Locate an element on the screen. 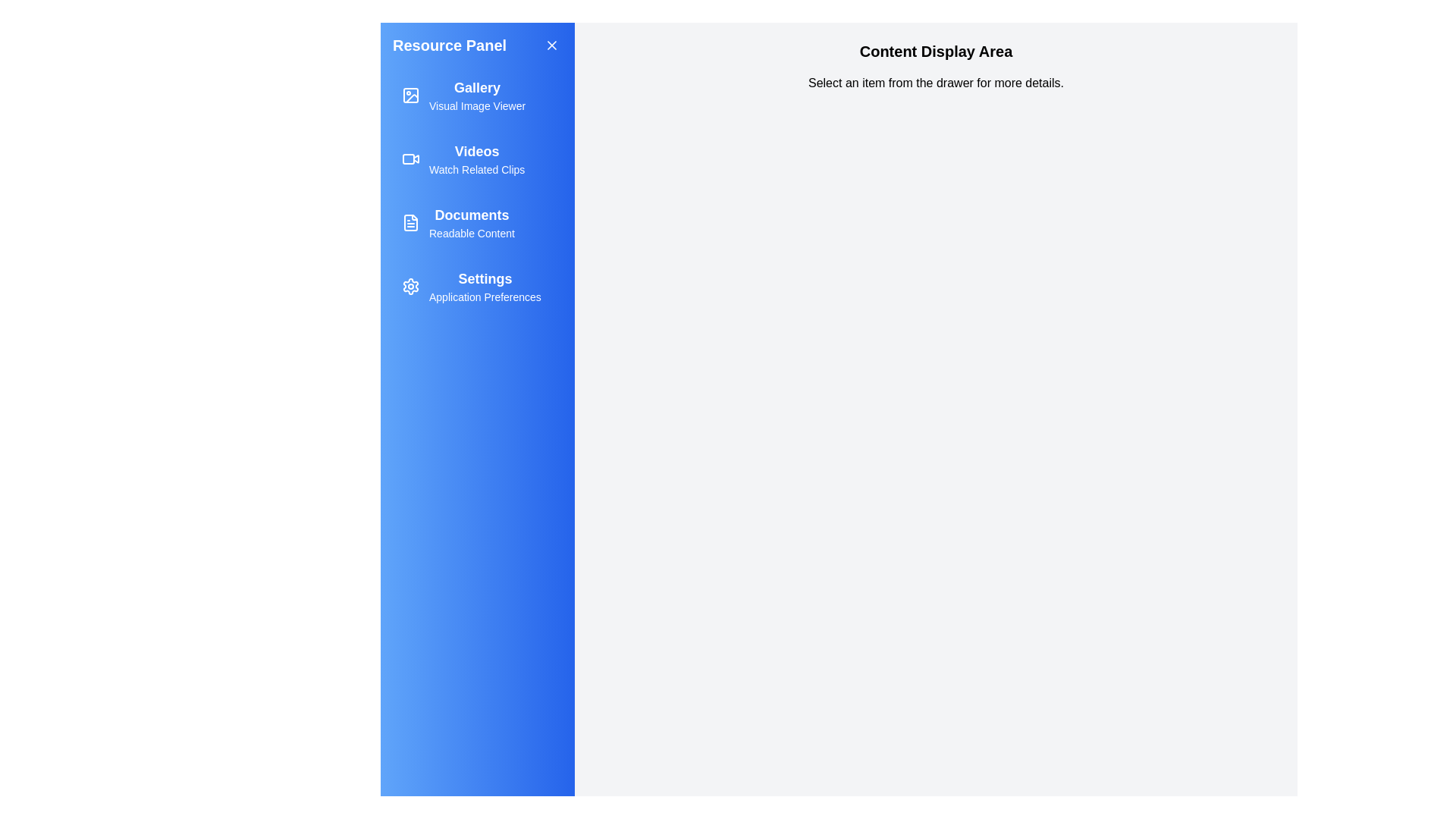  the close button of the drawer to hide it is located at coordinates (551, 45).